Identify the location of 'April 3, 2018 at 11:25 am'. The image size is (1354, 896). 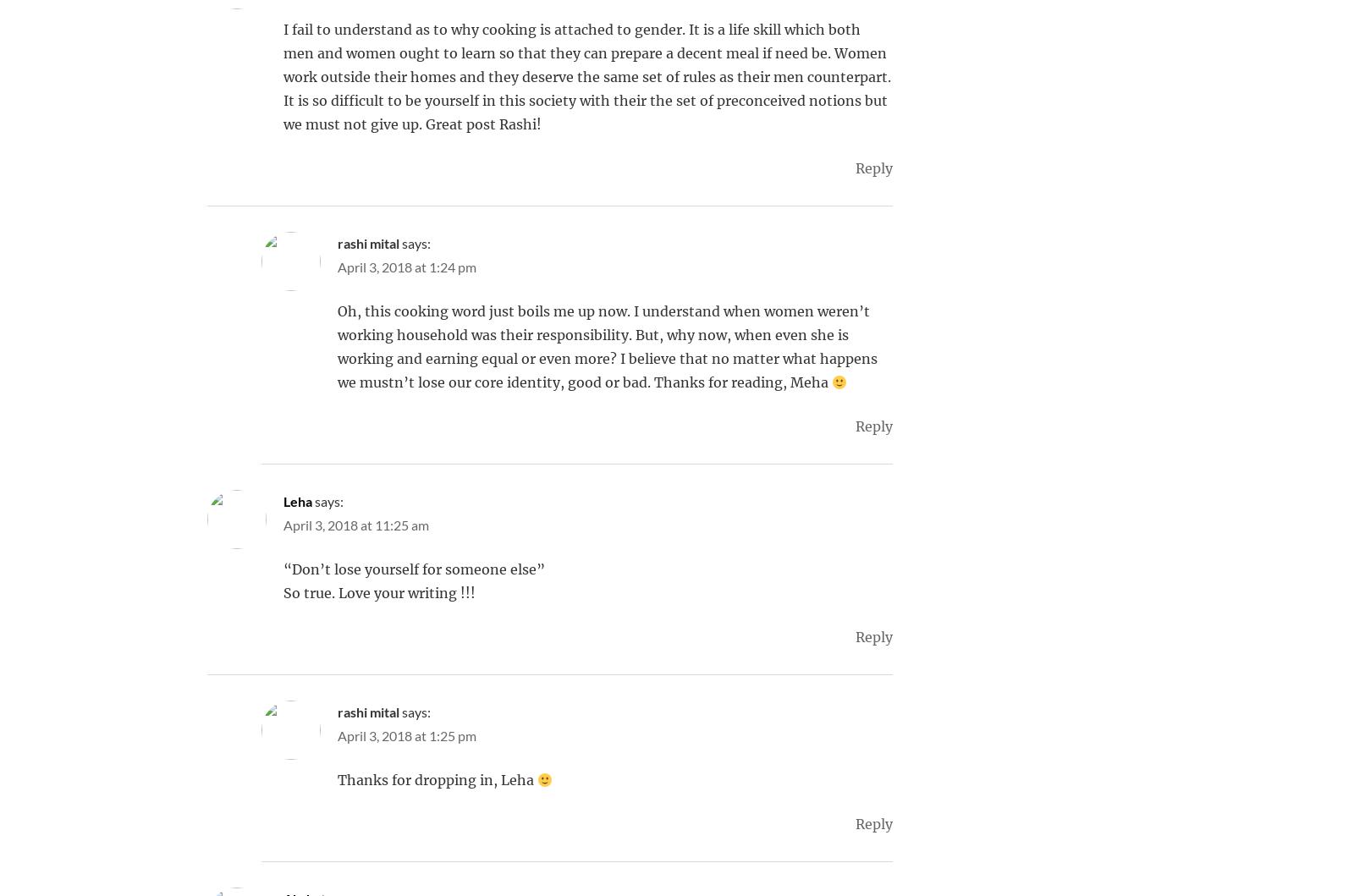
(355, 524).